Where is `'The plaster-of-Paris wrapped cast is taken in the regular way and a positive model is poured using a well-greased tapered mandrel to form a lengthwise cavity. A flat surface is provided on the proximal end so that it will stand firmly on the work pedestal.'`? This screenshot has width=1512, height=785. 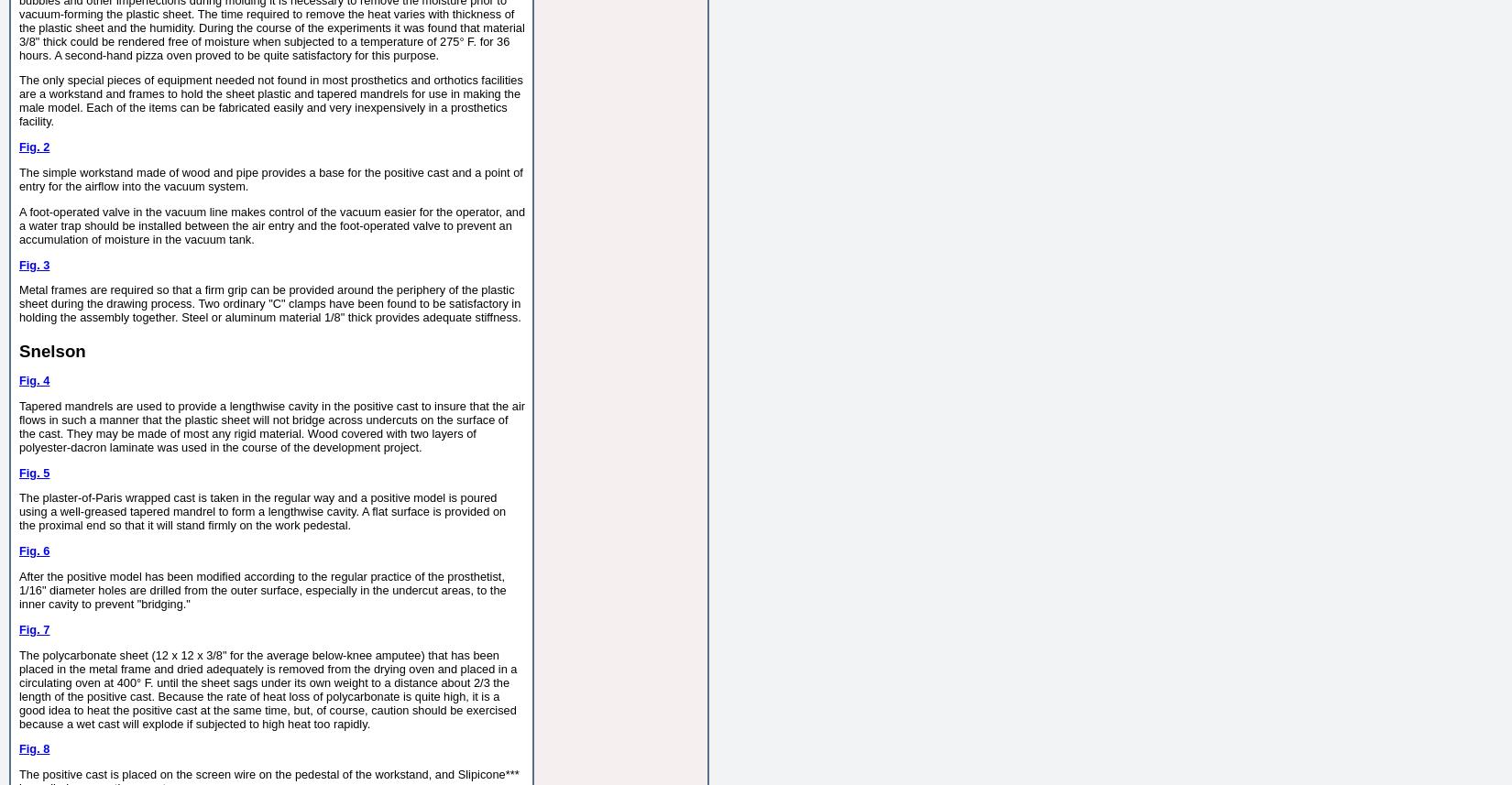 'The plaster-of-Paris wrapped cast is taken in the regular way and a positive model is poured using a well-greased tapered mandrel to form a lengthwise cavity. A flat surface is provided on the proximal end so that it will stand firmly on the work pedestal.' is located at coordinates (262, 511).